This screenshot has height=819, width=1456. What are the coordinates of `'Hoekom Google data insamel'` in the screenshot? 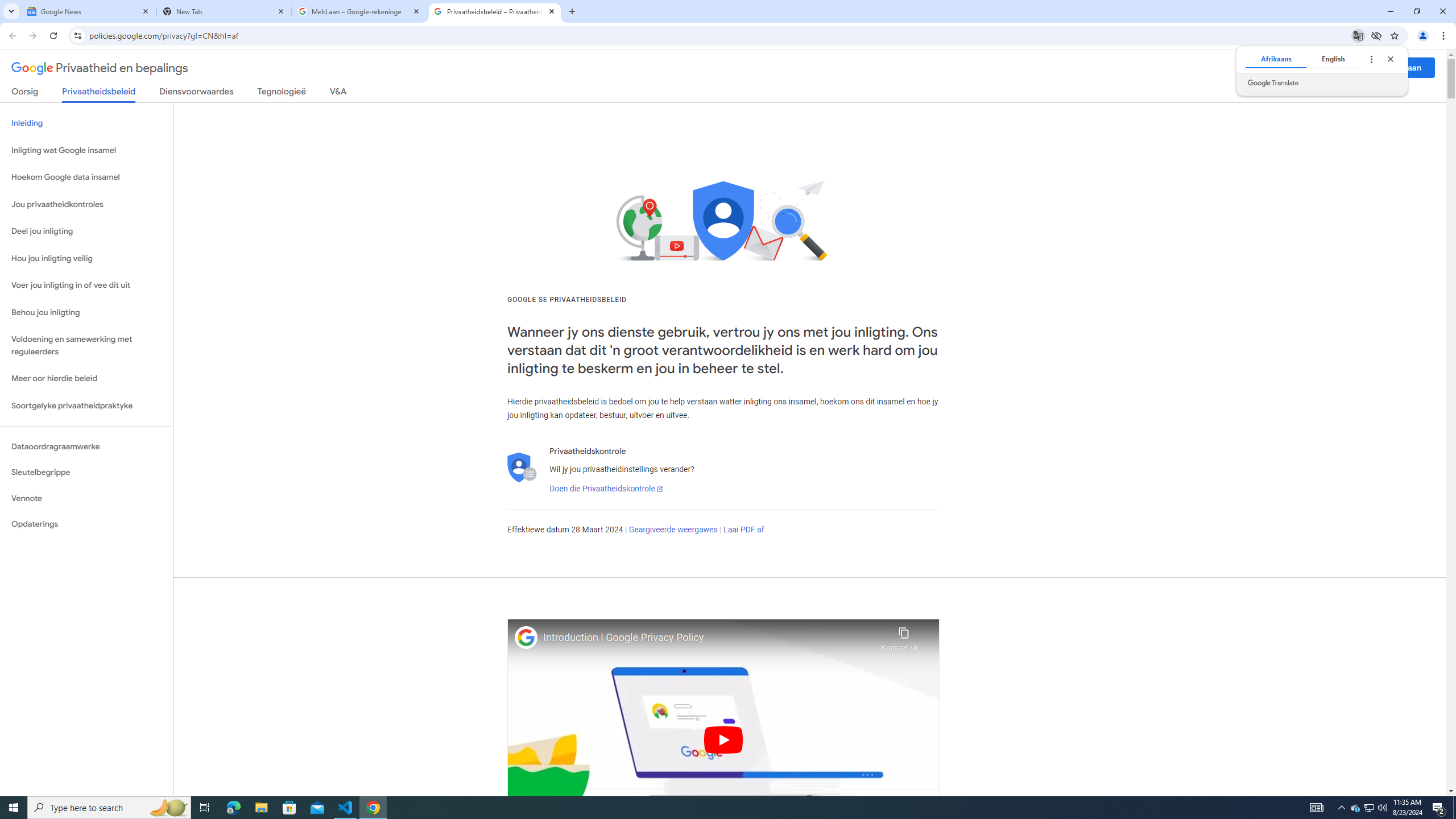 It's located at (86, 176).